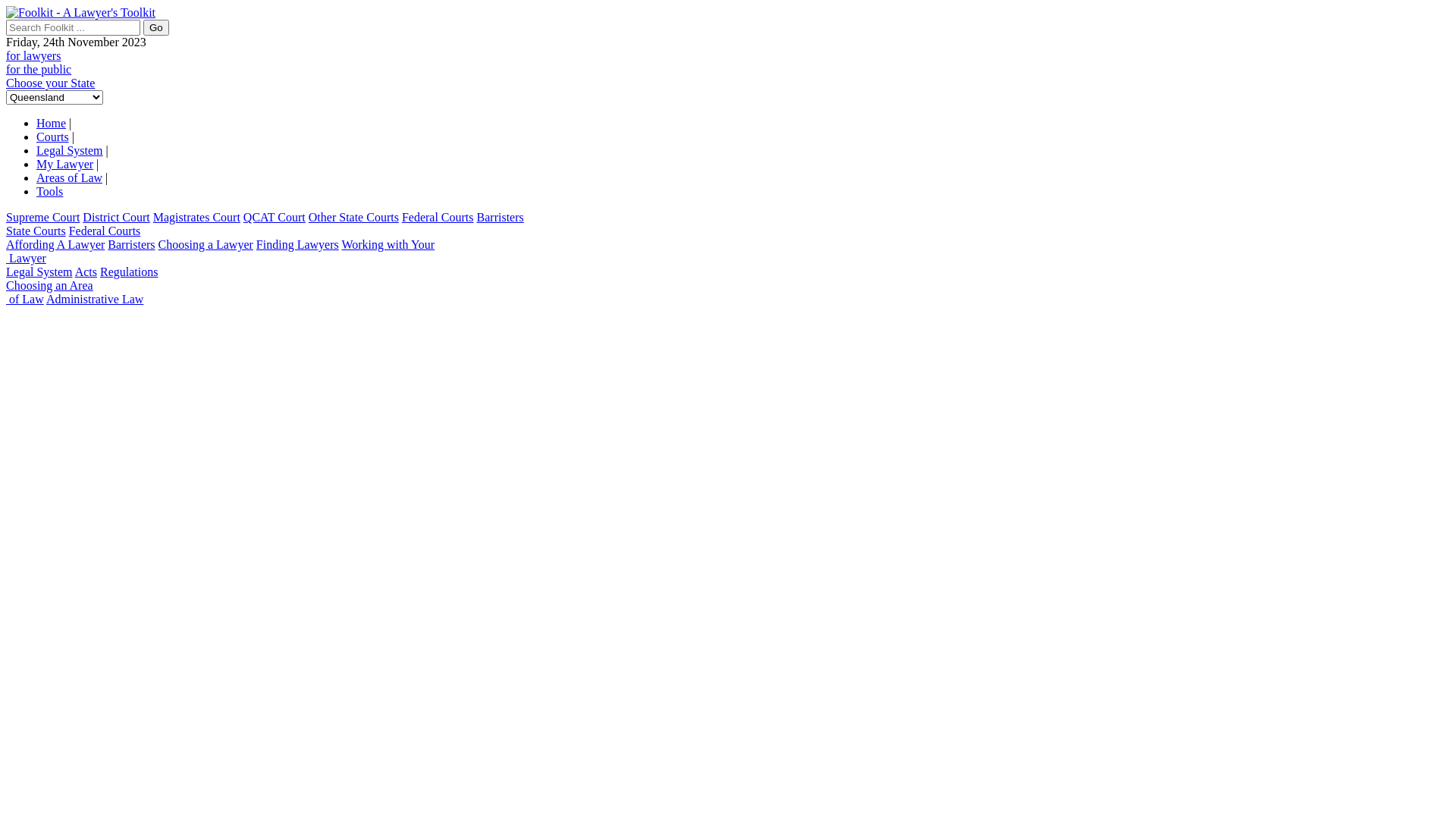  Describe the element at coordinates (50, 83) in the screenshot. I see `'Choose your State'` at that location.